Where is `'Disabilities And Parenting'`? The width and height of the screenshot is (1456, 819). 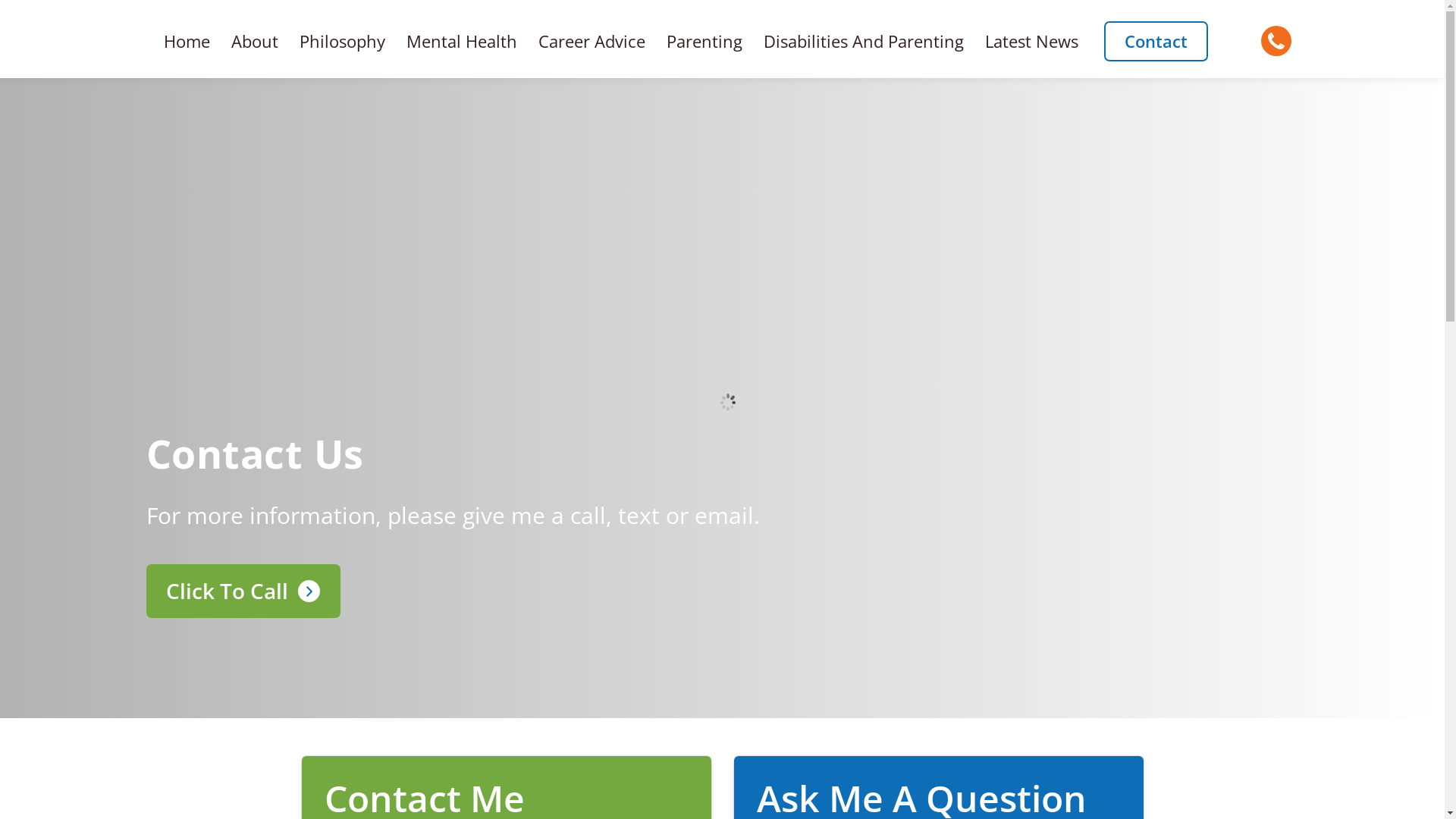 'Disabilities And Parenting' is located at coordinates (863, 40).